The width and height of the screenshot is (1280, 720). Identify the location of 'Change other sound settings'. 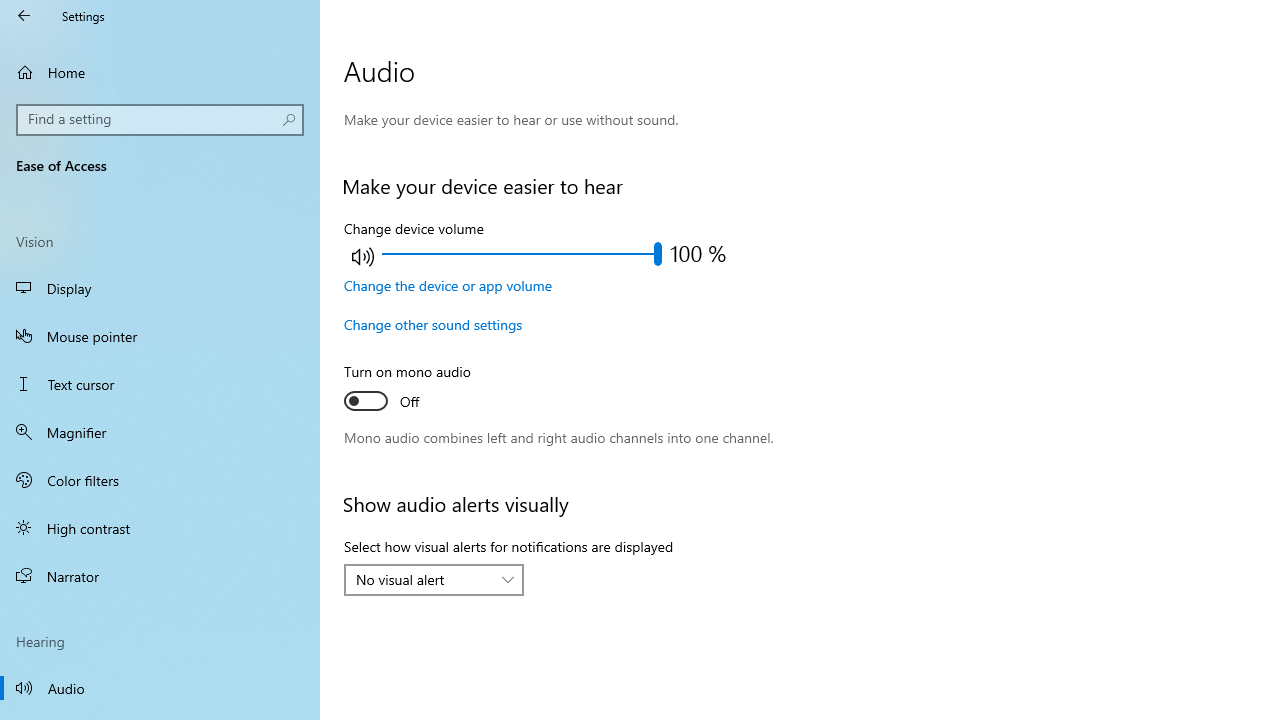
(432, 323).